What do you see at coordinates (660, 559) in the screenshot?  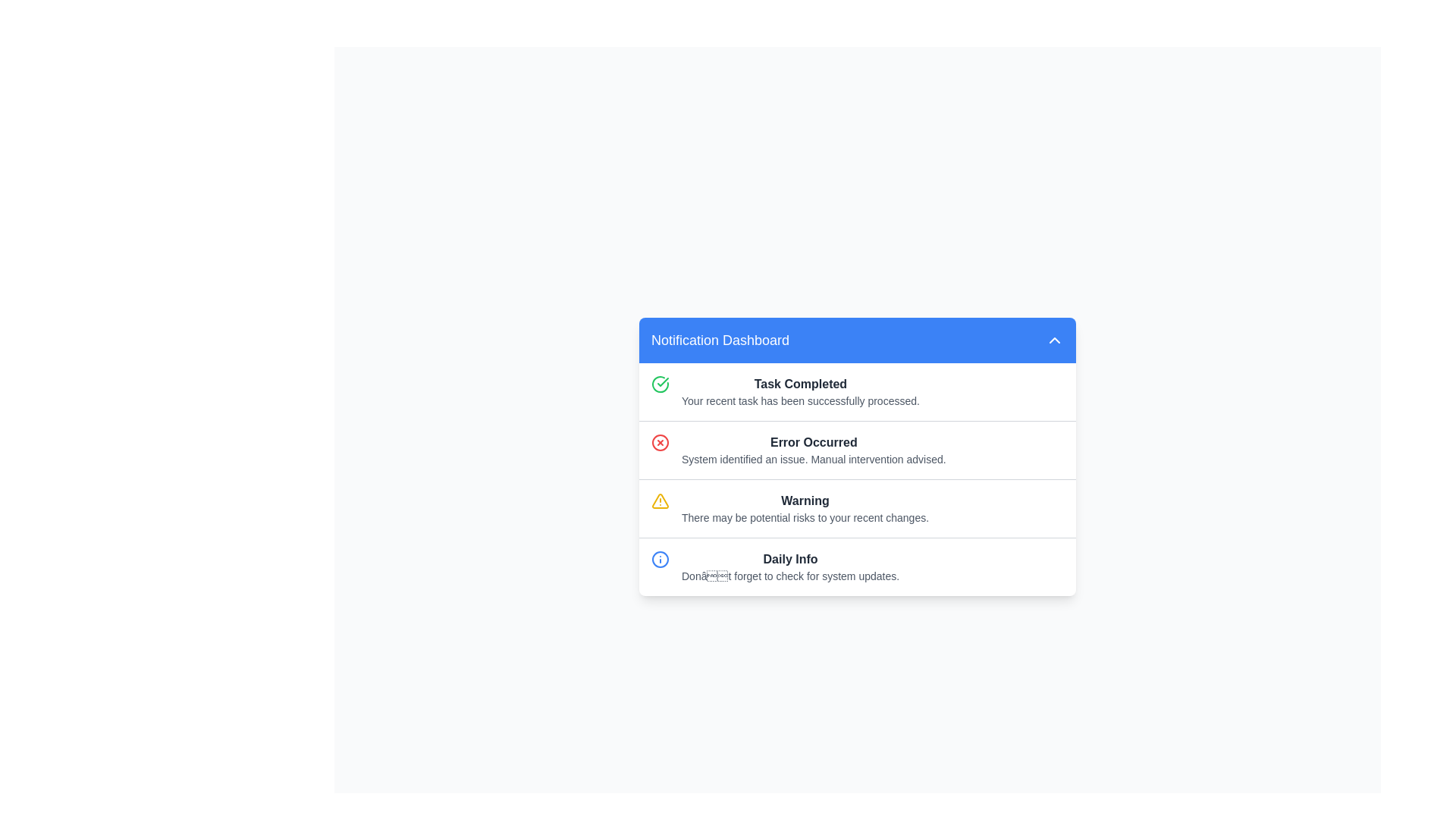 I see `the circular blue icon with a white background featuring an 'i' symbol, located in the 'Daily Info' section of the Notification Dashboard` at bounding box center [660, 559].